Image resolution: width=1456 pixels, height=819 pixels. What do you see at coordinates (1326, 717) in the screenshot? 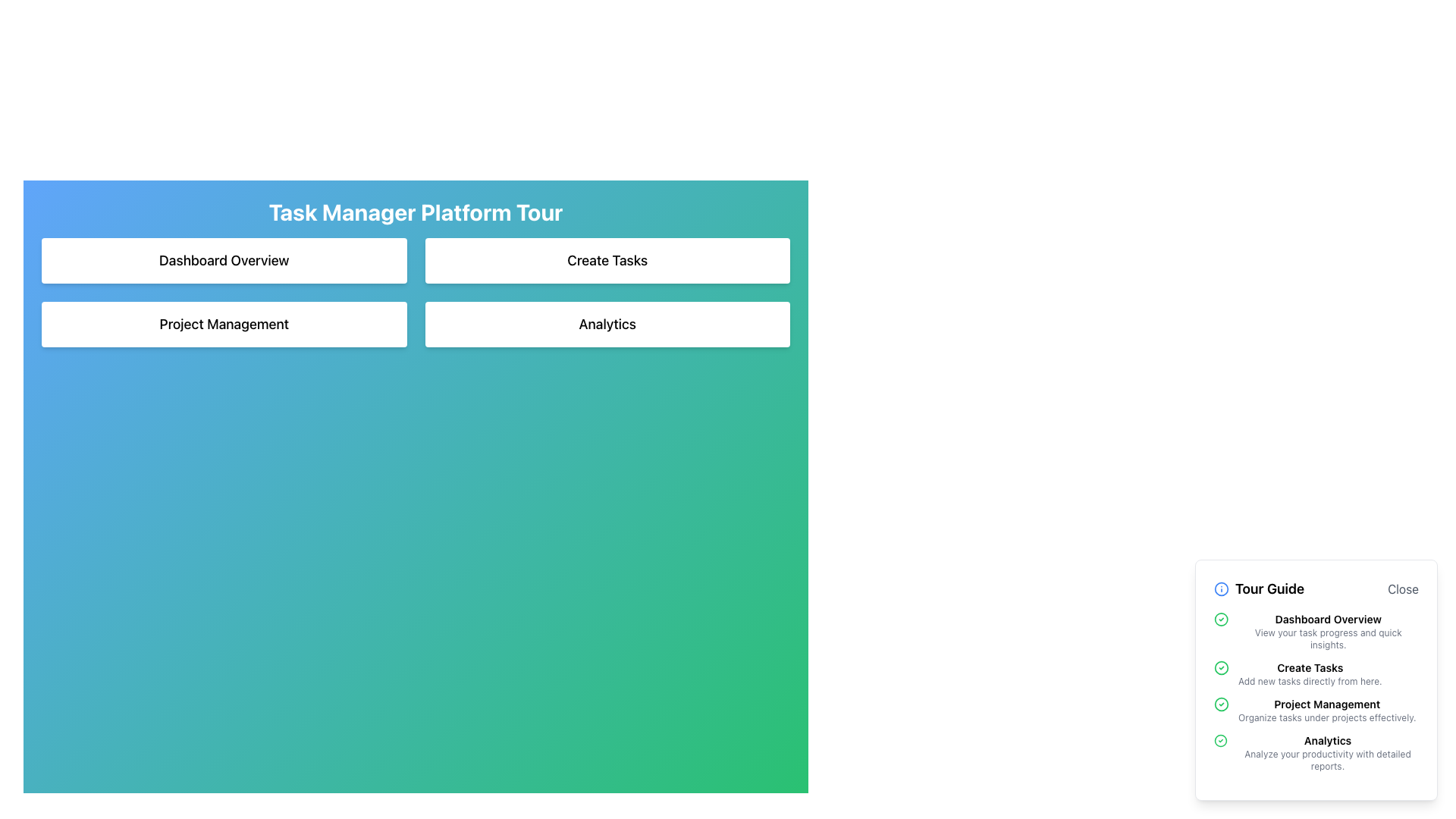
I see `the text snippet reading 'Organize tasks under projects effectively.', which is styled in a small light gray font and positioned below the 'Project Management' heading` at bounding box center [1326, 717].